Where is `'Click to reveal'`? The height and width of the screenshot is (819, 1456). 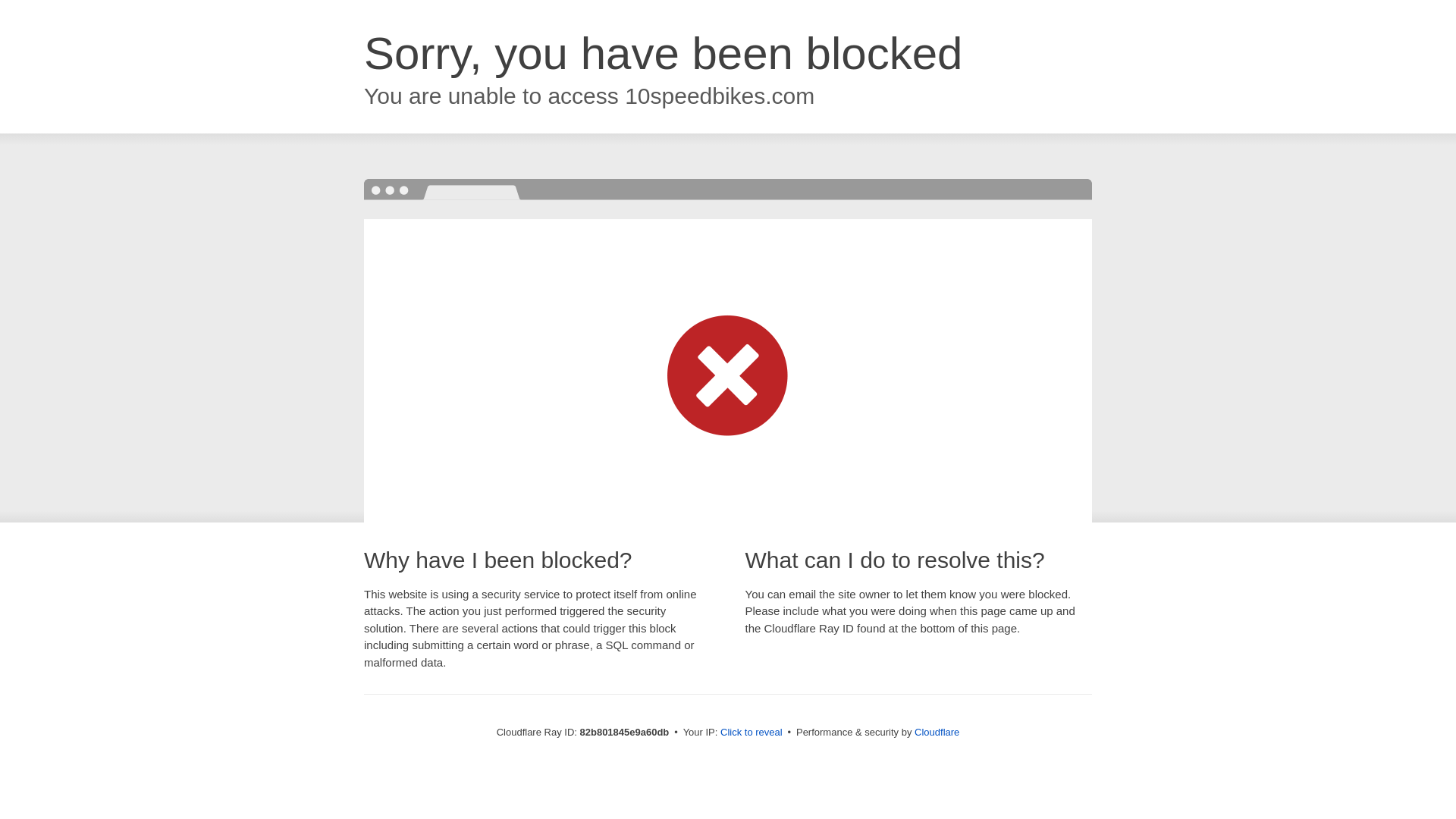
'Click to reveal' is located at coordinates (751, 731).